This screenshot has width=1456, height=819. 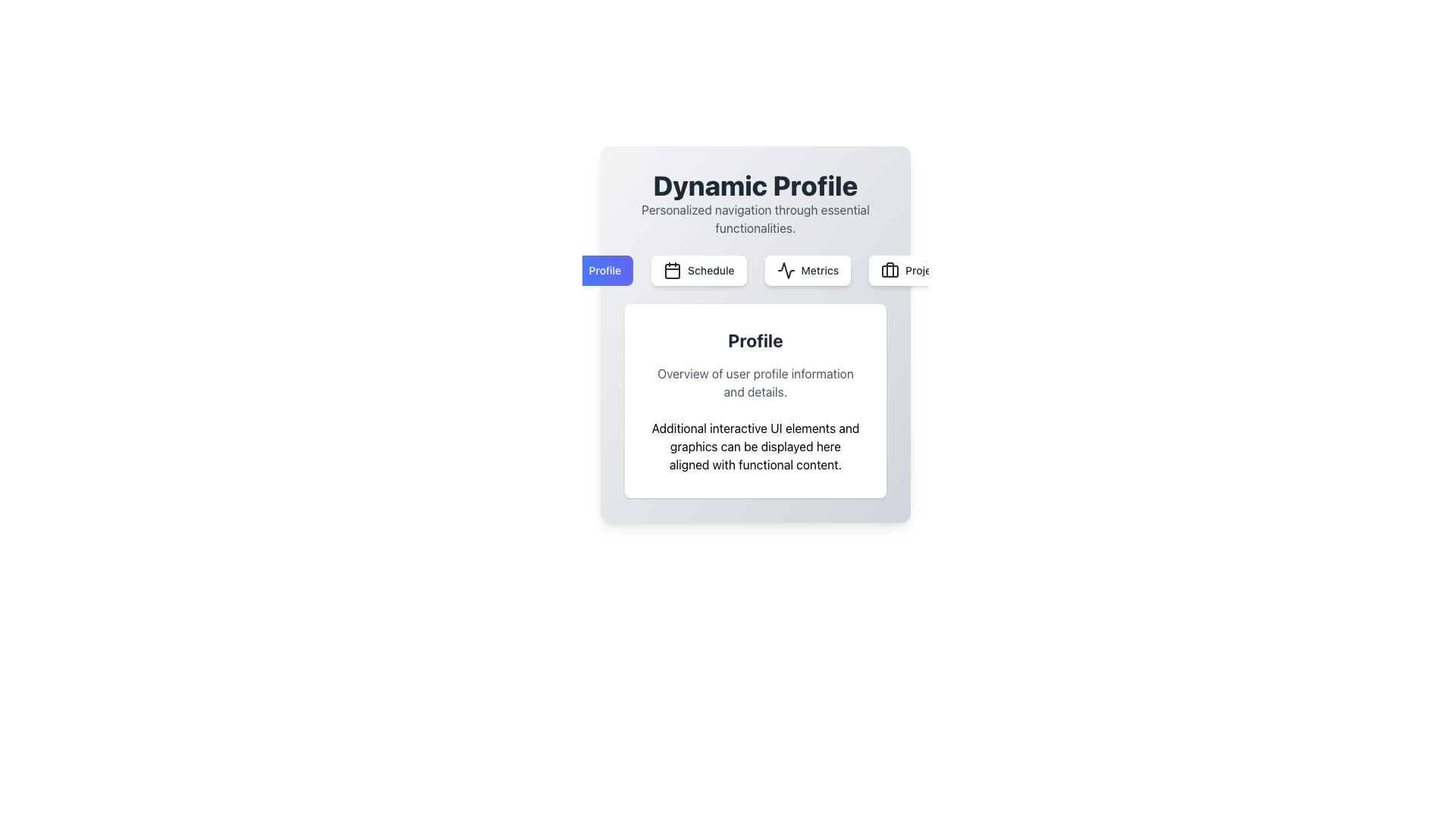 I want to click on the static text label indicating 'Profile' located within the blue gradient button to the left of the horizontal button group under 'Dynamic Profile', so click(x=604, y=270).